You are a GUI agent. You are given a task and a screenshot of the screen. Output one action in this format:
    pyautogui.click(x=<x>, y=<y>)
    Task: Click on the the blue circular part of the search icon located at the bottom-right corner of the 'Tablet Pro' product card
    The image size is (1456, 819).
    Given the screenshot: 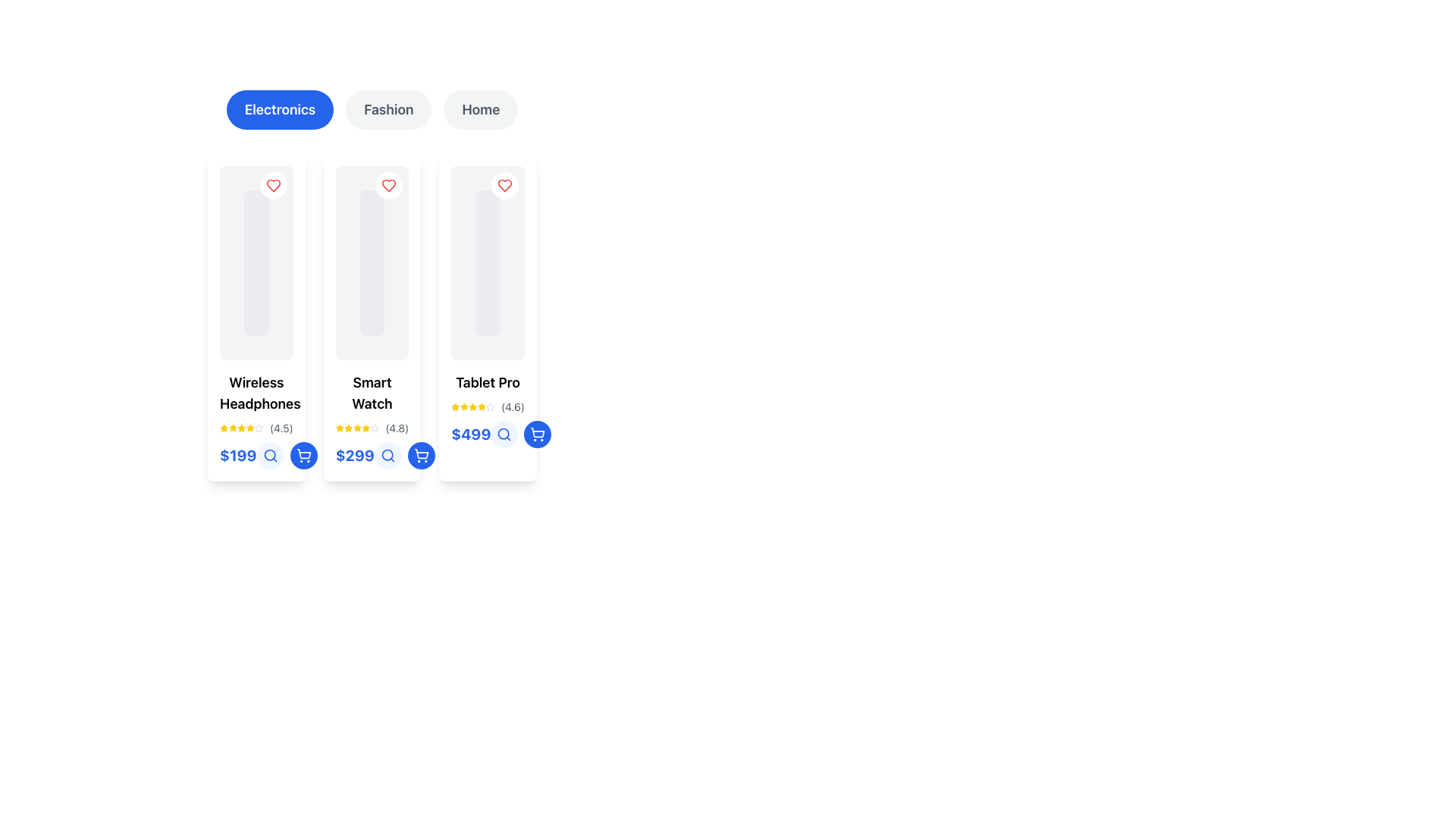 What is the action you would take?
    pyautogui.click(x=504, y=434)
    